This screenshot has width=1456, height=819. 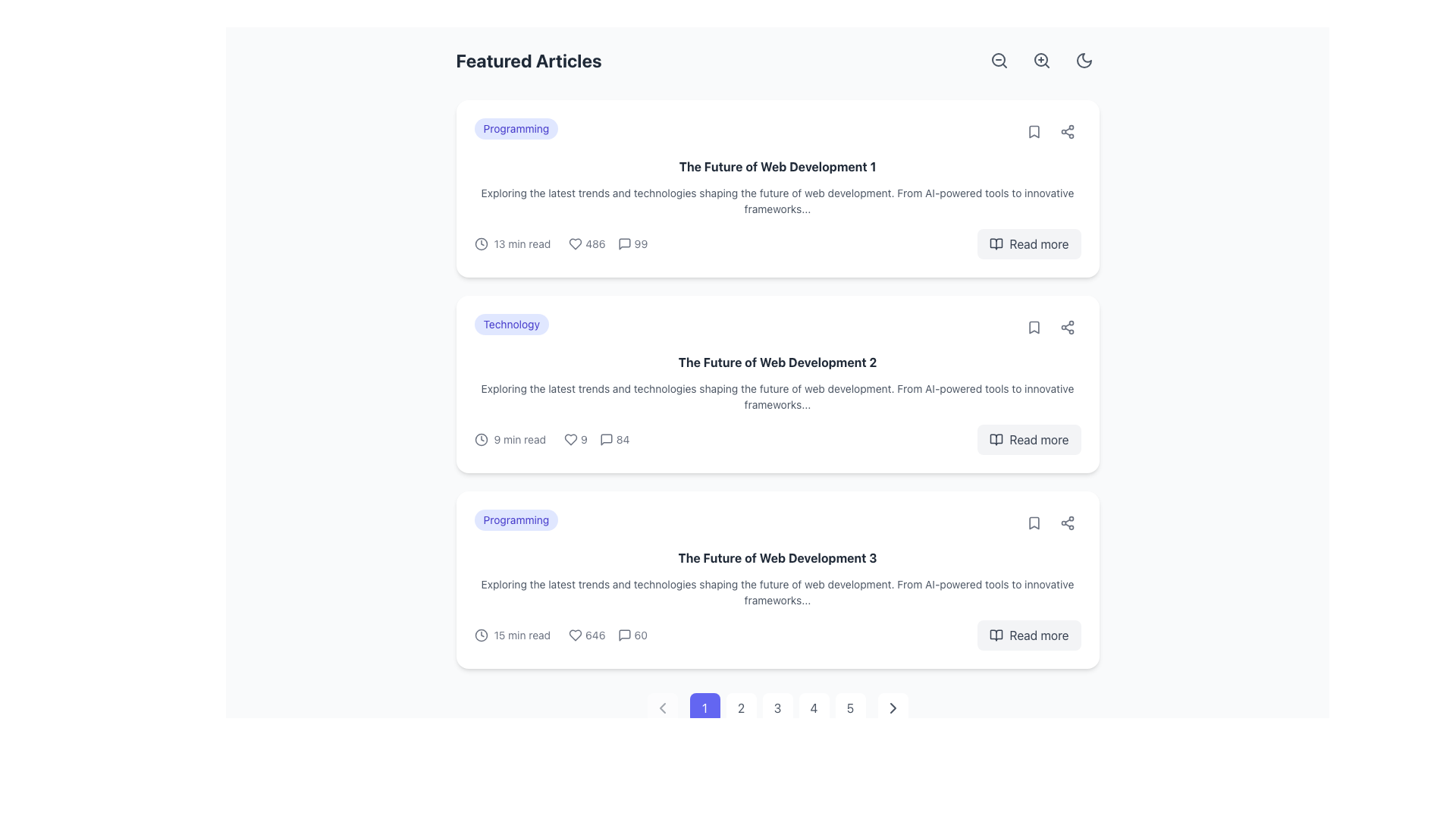 What do you see at coordinates (1038, 439) in the screenshot?
I see `the text button located at the bottom right of the second card in the vertical list of featured articles` at bounding box center [1038, 439].